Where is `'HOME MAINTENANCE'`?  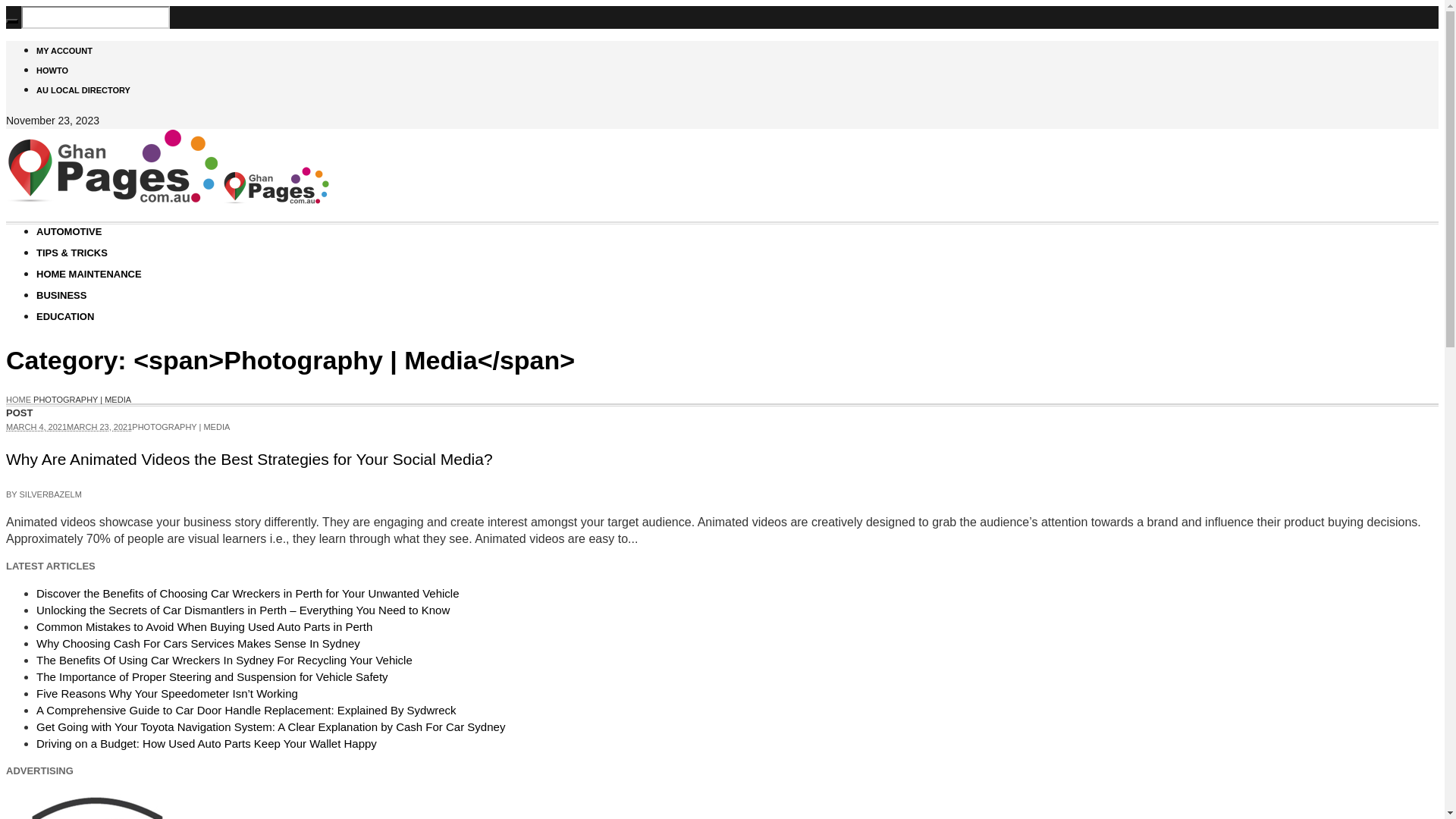
'HOME MAINTENANCE' is located at coordinates (88, 274).